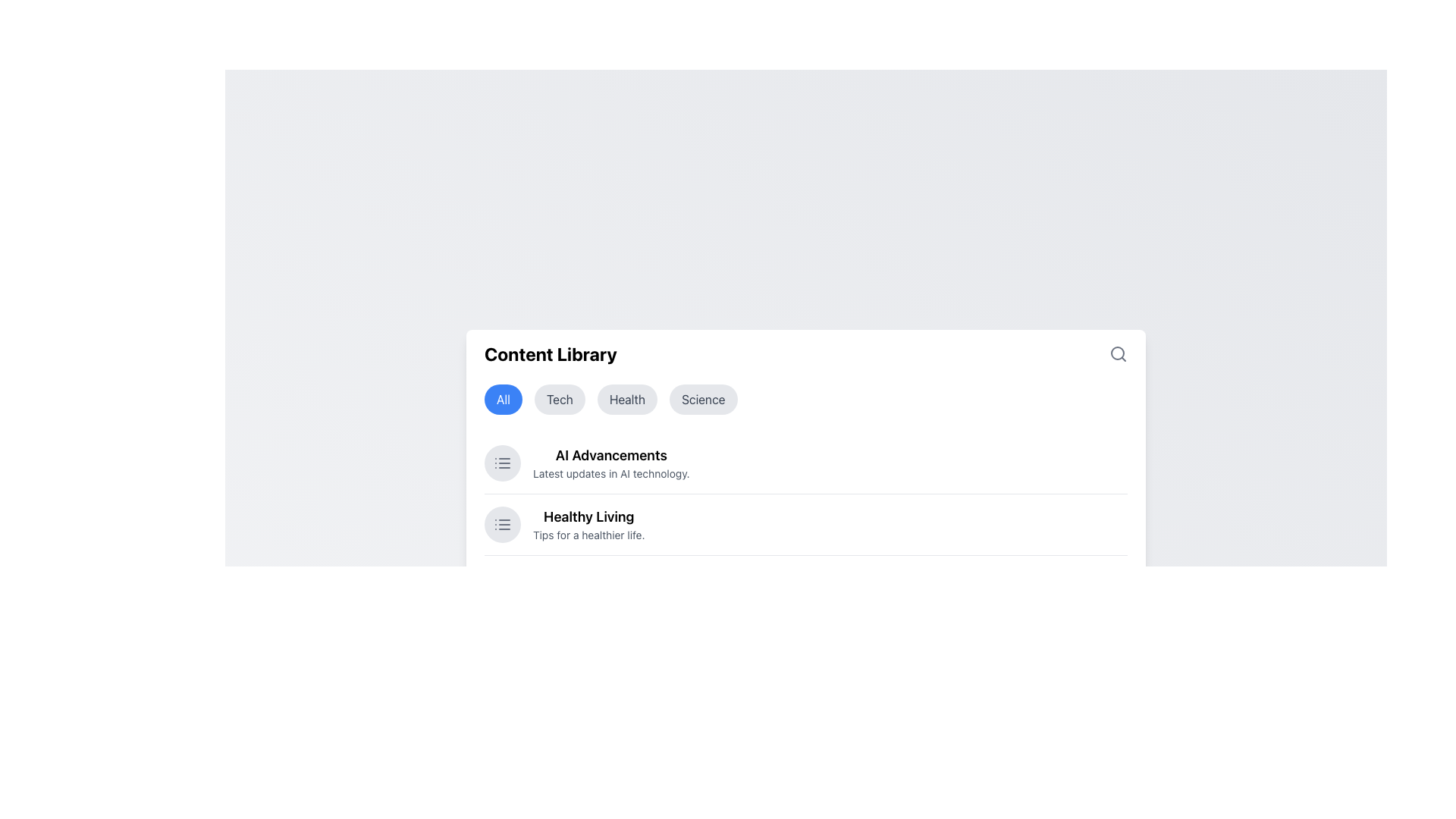 This screenshot has width=1456, height=819. I want to click on the text label providing a descriptive summary for 'AI Advancements', located directly below the title in the upper right section of the interface, so click(611, 472).